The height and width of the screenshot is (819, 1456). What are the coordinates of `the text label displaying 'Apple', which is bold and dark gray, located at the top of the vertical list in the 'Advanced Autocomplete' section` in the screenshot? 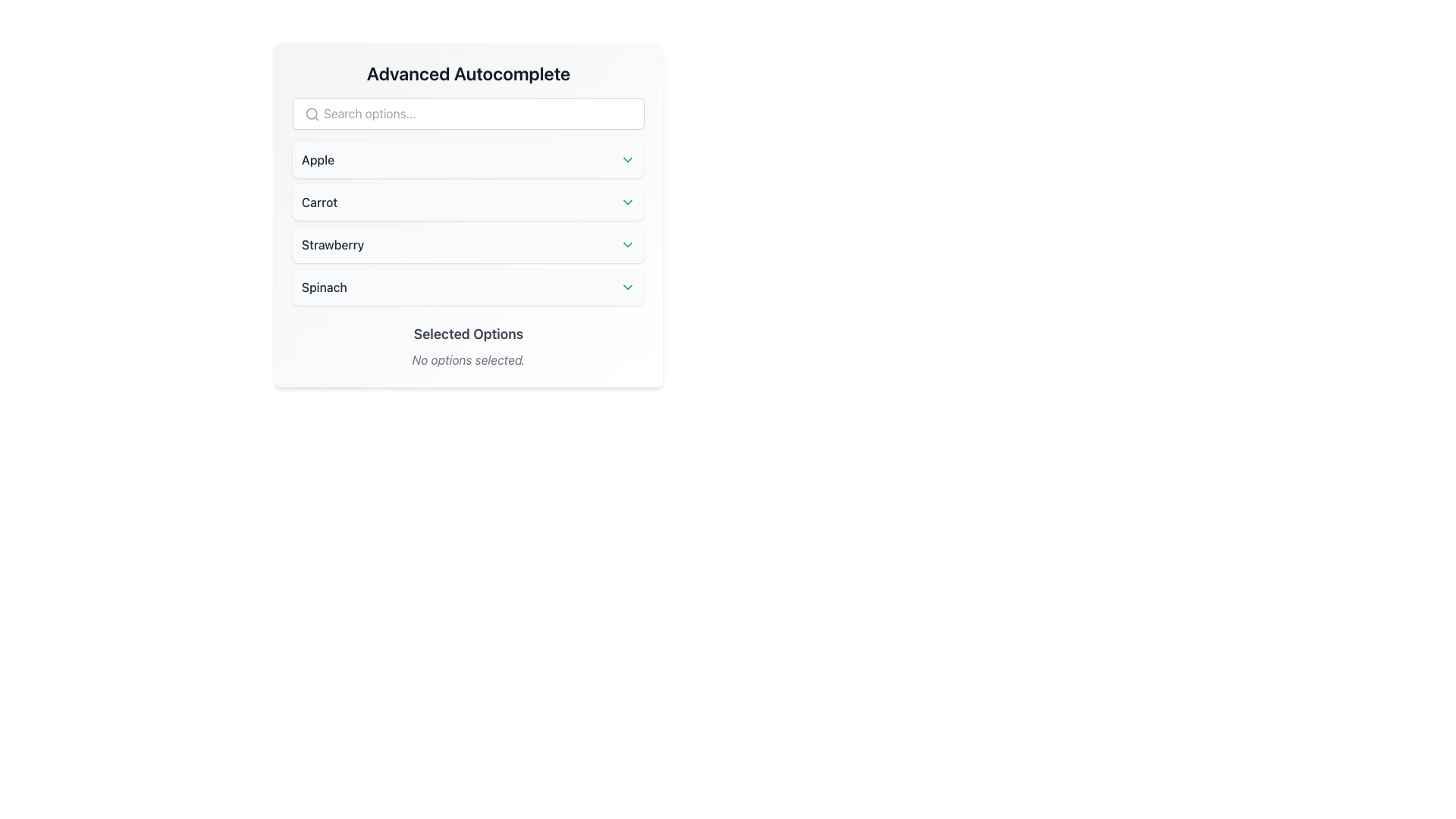 It's located at (317, 160).